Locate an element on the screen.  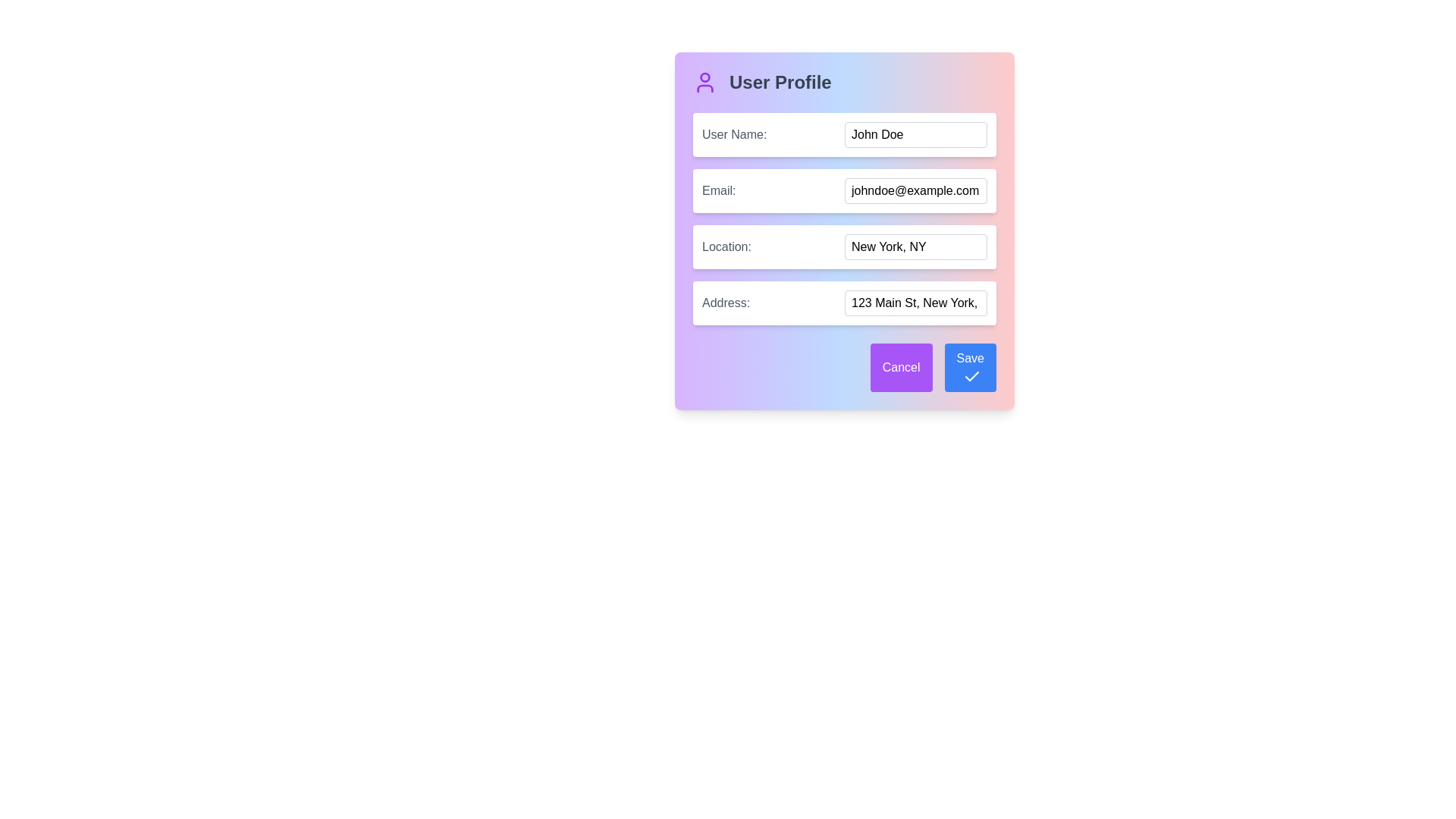
the cancel button located in the bottom section of a card-like interface is located at coordinates (901, 368).